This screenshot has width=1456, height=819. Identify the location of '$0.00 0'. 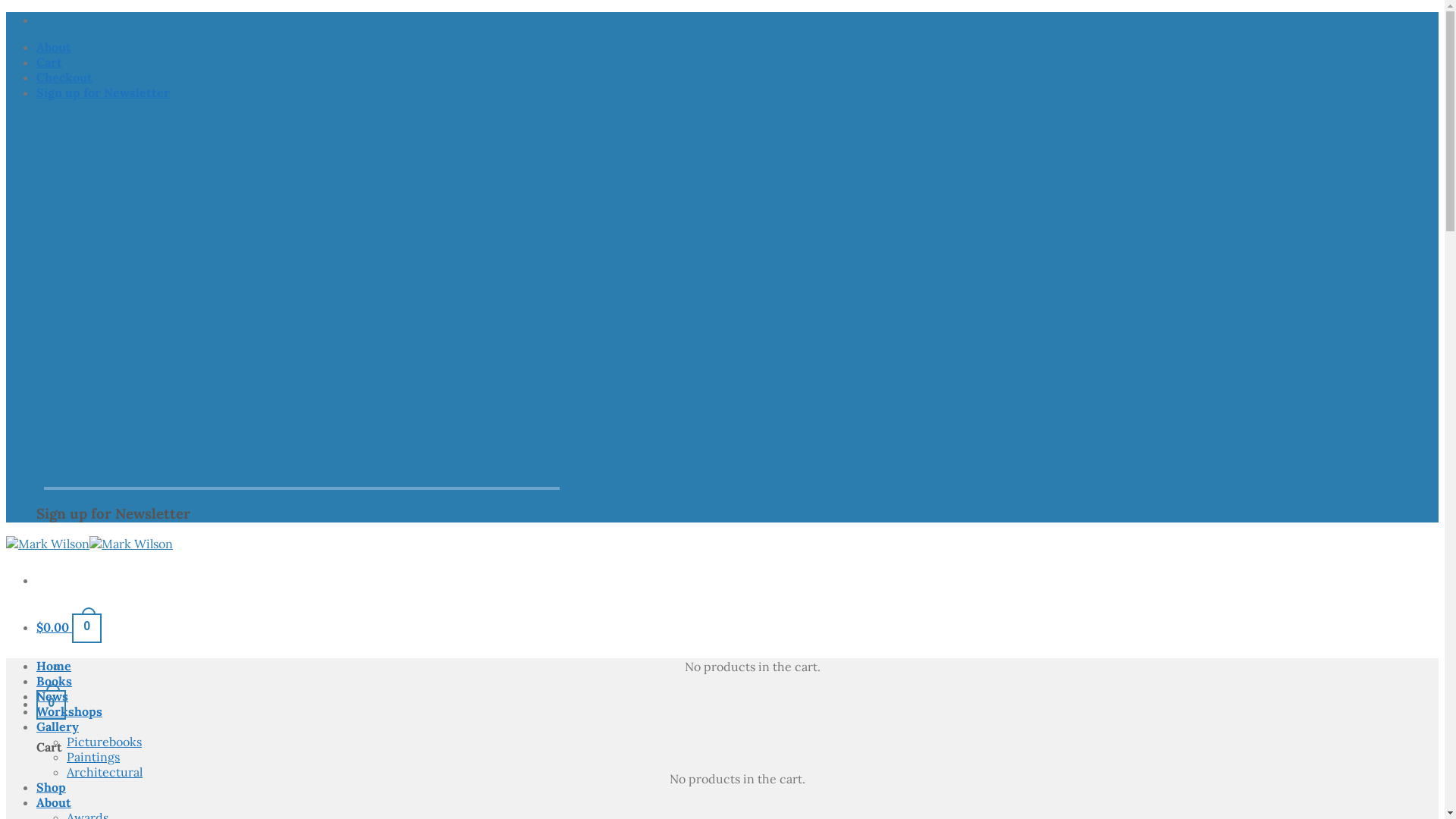
(68, 626).